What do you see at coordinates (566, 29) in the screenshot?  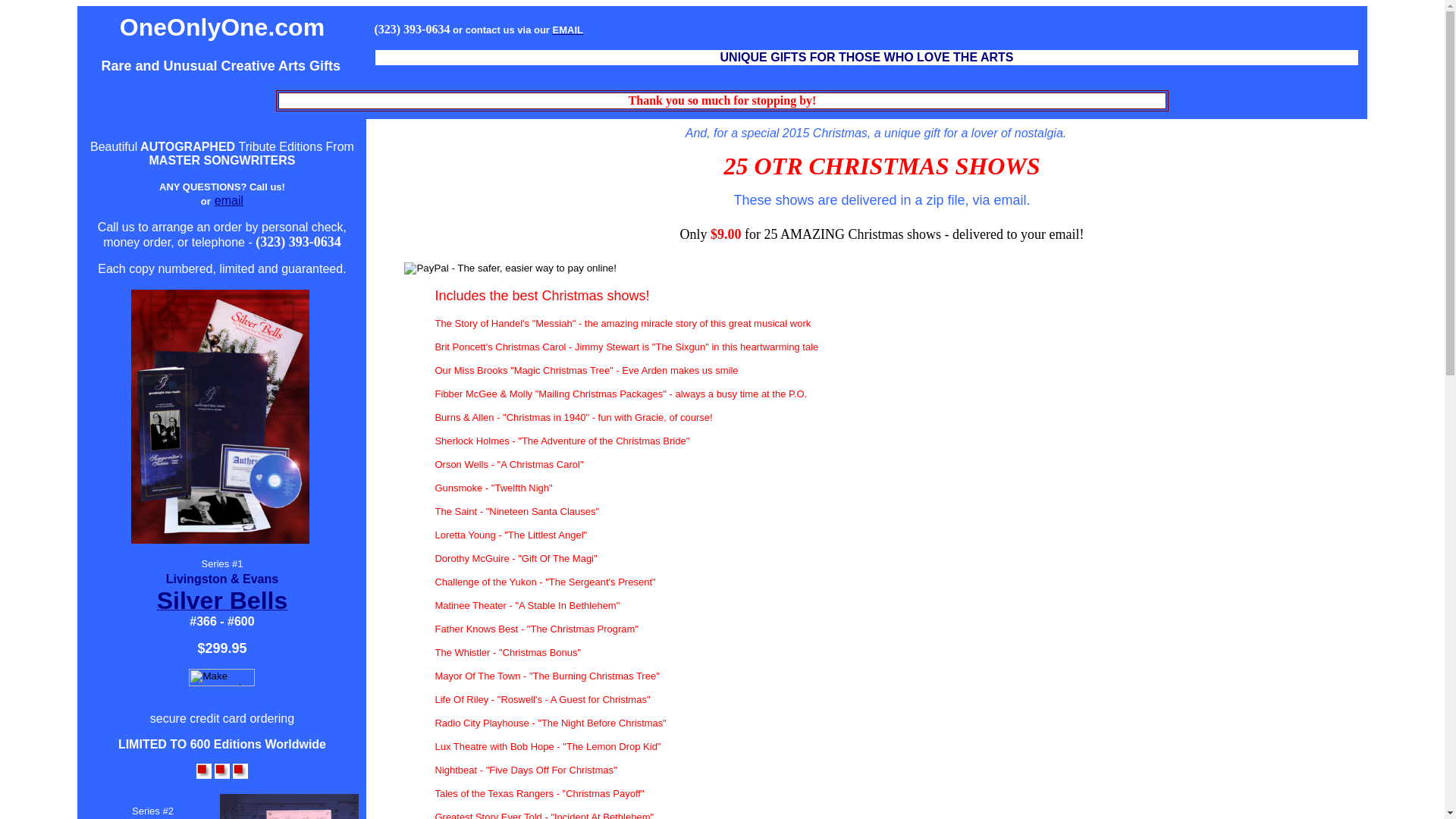 I see `'EMAIL'` at bounding box center [566, 29].